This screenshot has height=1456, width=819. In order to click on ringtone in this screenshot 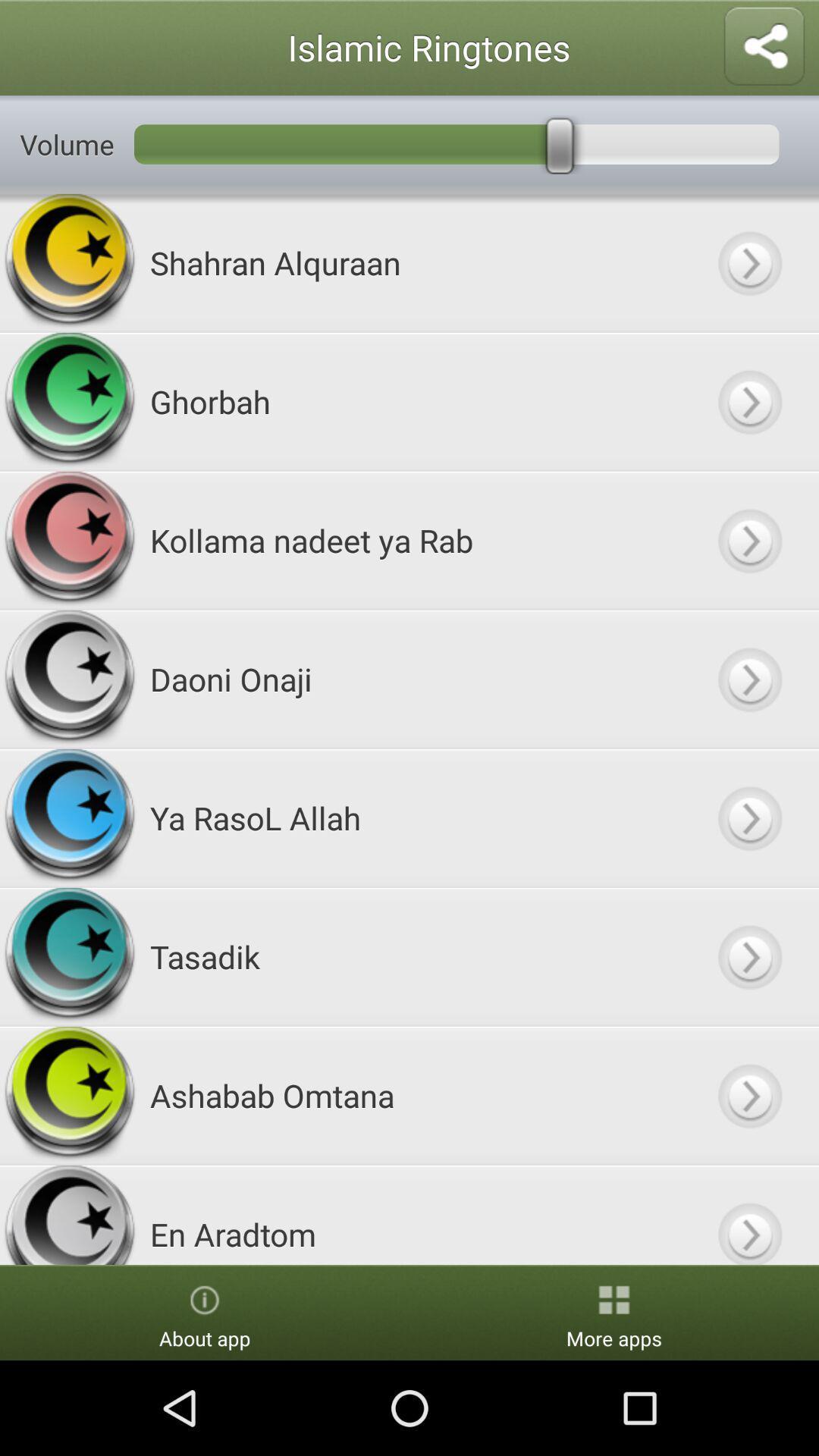, I will do `click(748, 262)`.